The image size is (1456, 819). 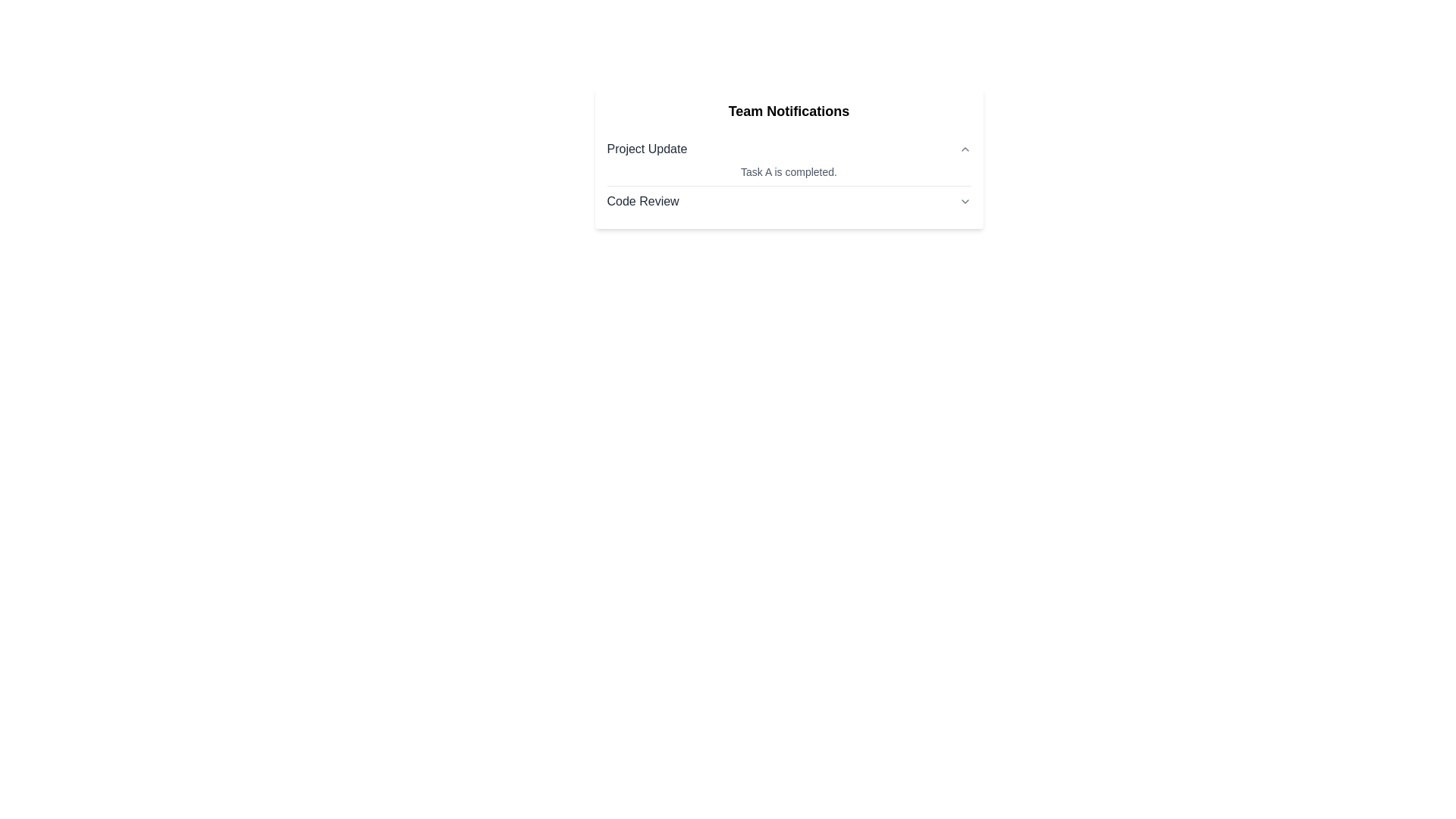 I want to click on the 'Code Review' dropdown button located in the 'Team Notifications' section, so click(x=789, y=201).